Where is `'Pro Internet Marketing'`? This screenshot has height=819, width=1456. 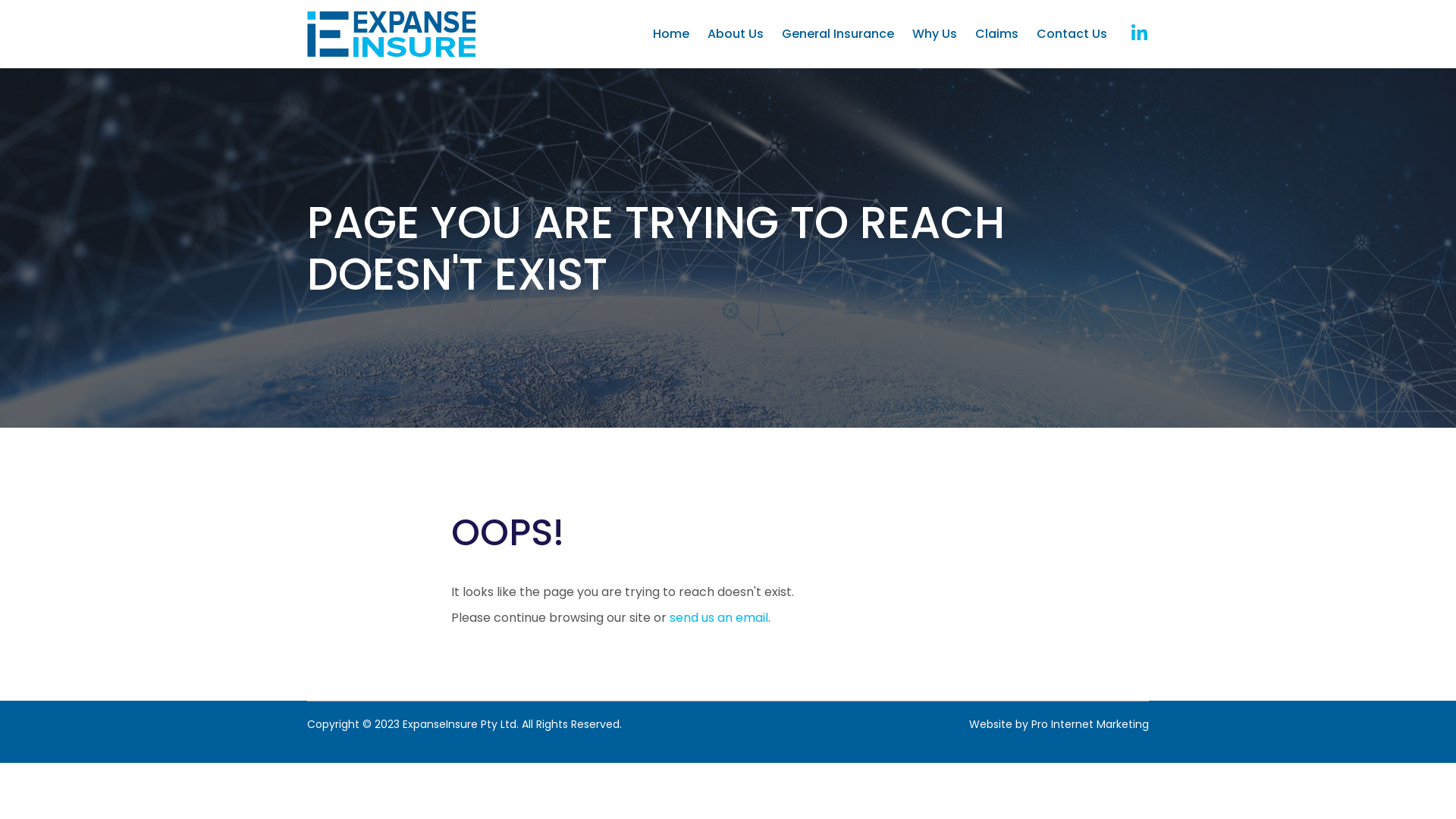 'Pro Internet Marketing' is located at coordinates (1089, 723).